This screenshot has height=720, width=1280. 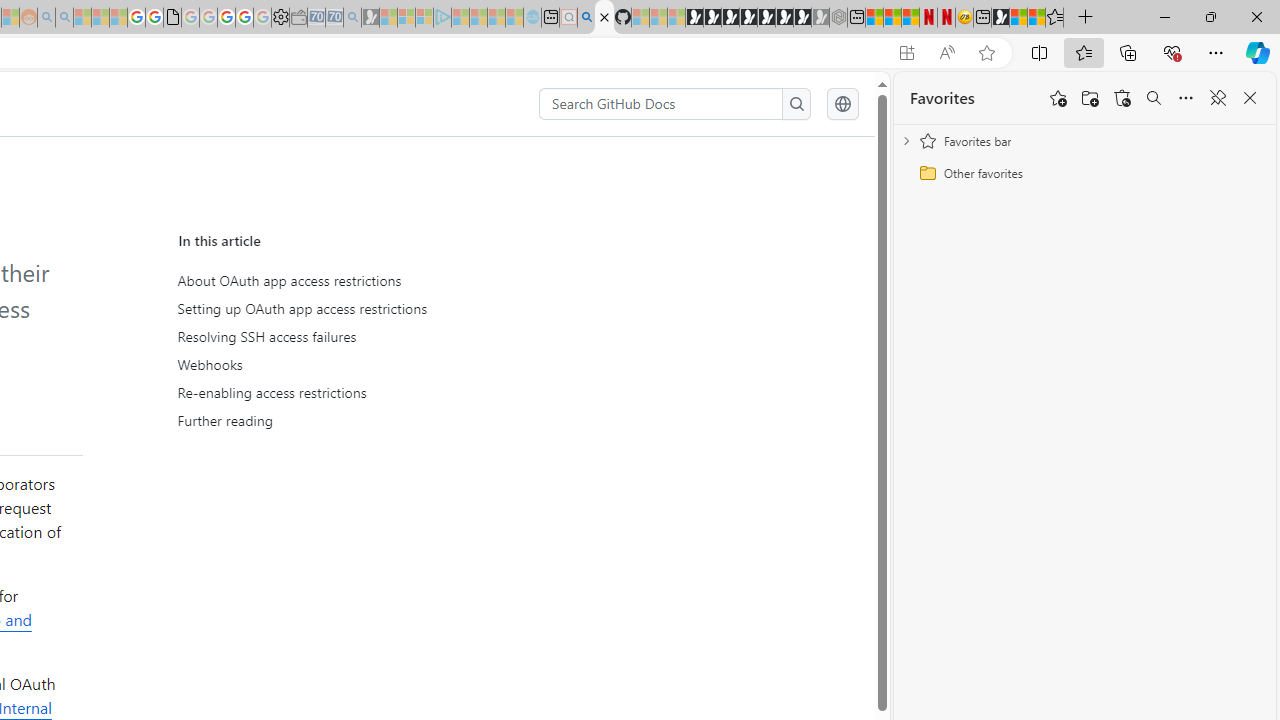 I want to click on 'App available. Install GitHub Docs', so click(x=905, y=52).